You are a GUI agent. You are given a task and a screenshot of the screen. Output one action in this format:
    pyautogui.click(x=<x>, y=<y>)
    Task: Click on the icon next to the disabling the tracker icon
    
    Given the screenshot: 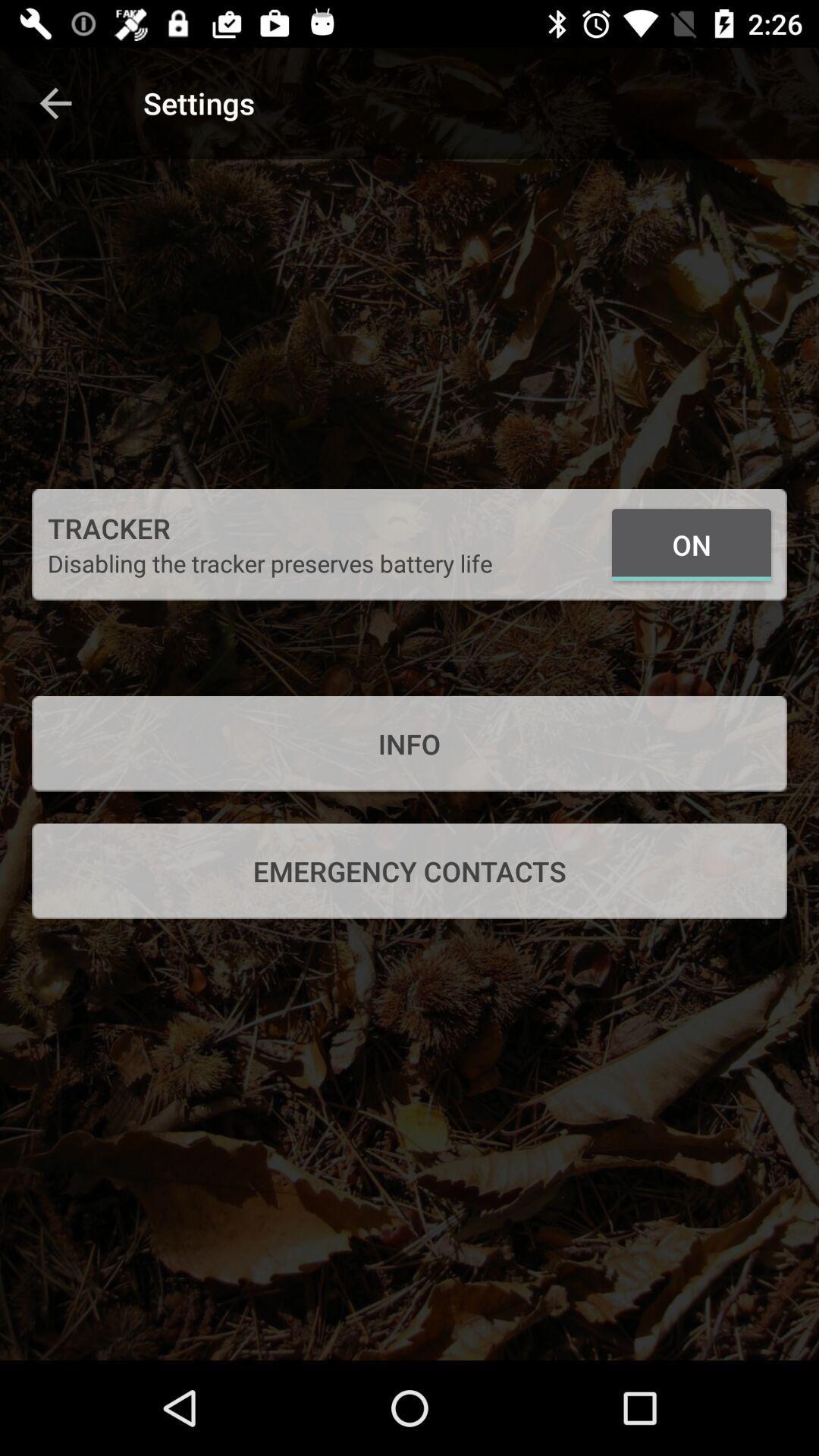 What is the action you would take?
    pyautogui.click(x=691, y=544)
    